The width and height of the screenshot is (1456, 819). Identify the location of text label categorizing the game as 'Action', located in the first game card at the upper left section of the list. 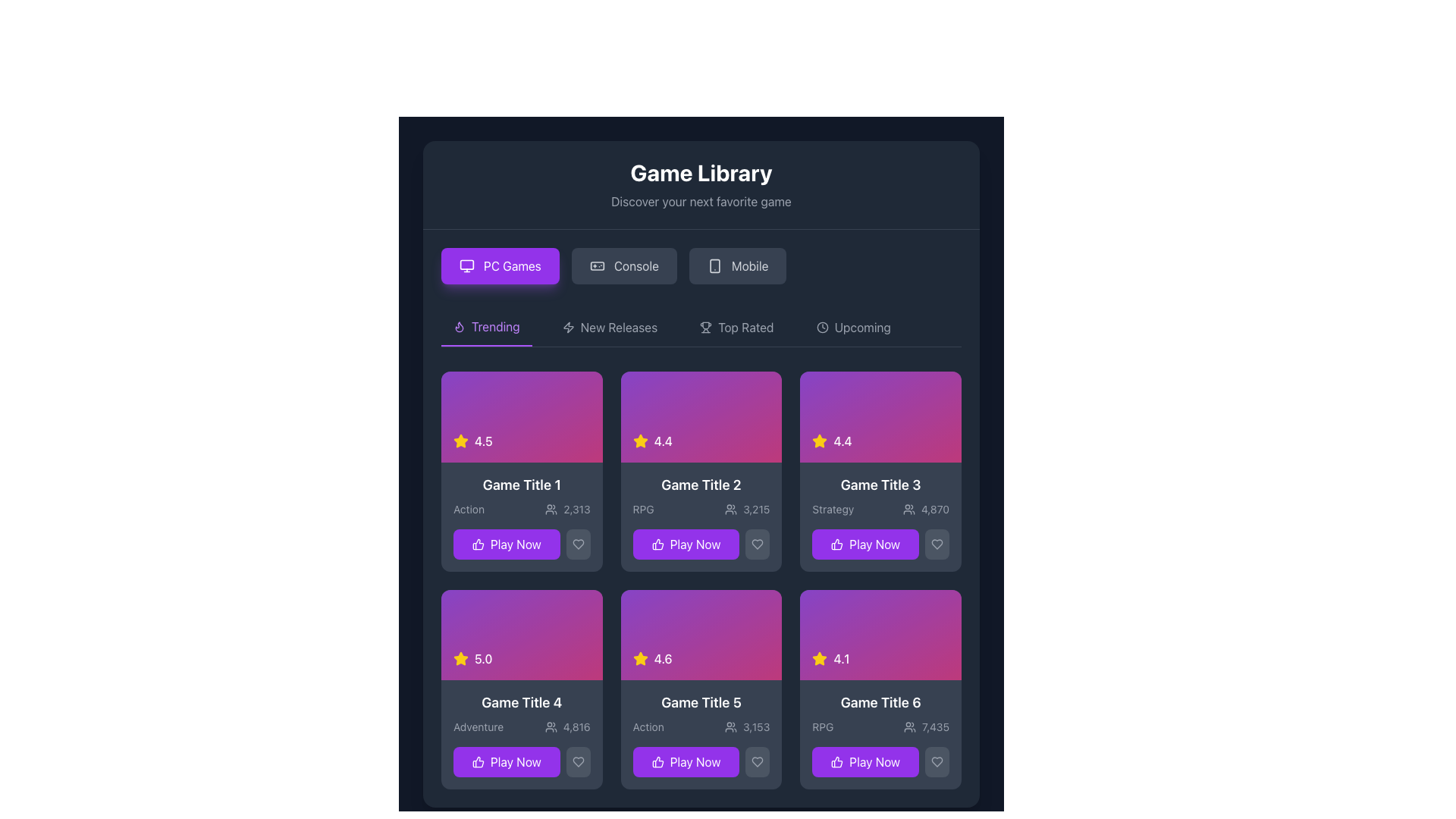
(468, 509).